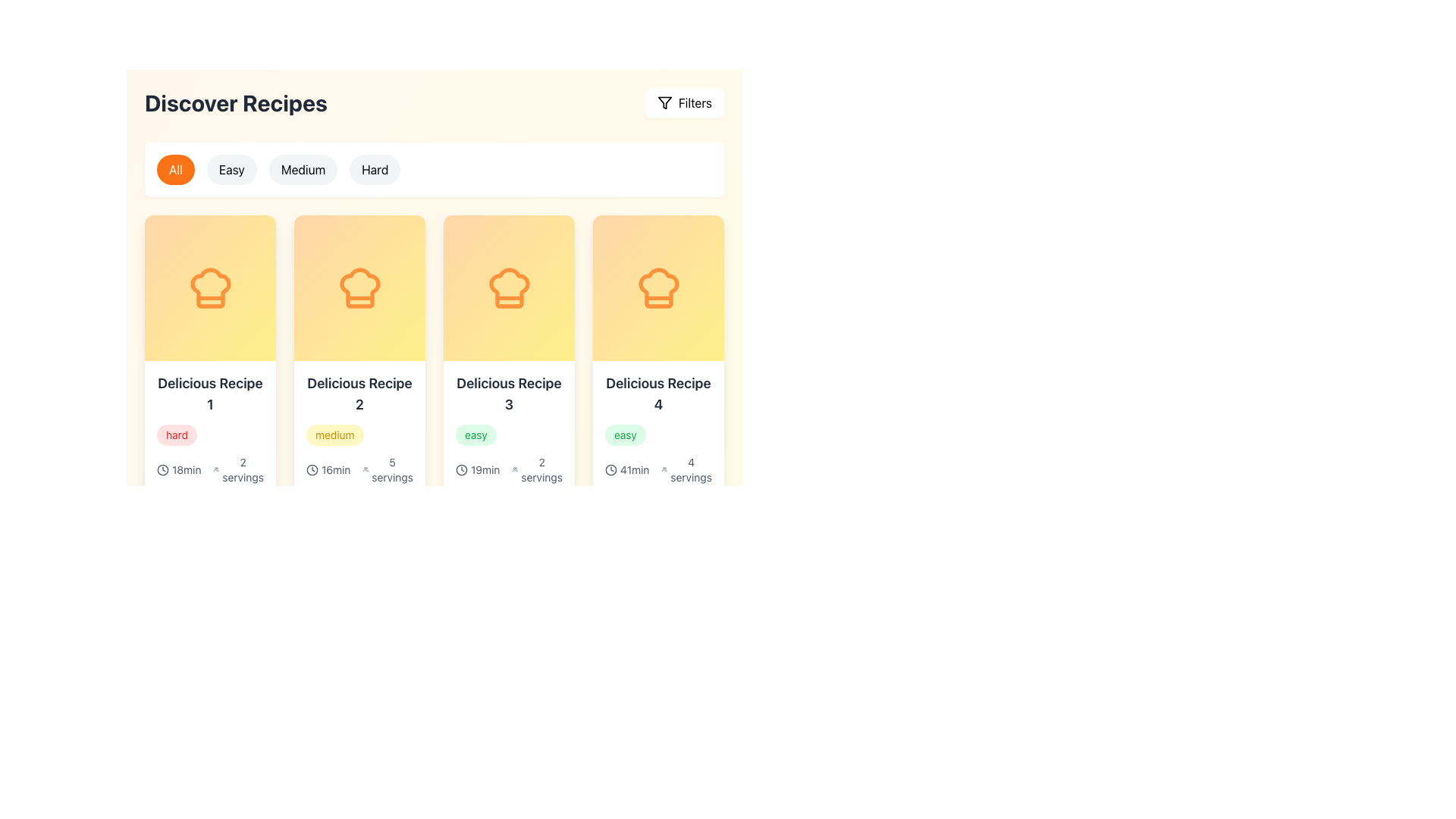  What do you see at coordinates (237, 469) in the screenshot?
I see `serving details from the text element located at the bottom section of the second card in the grid layout, below the 'medium' label and '16min' text, and to the left of the calorie information` at bounding box center [237, 469].